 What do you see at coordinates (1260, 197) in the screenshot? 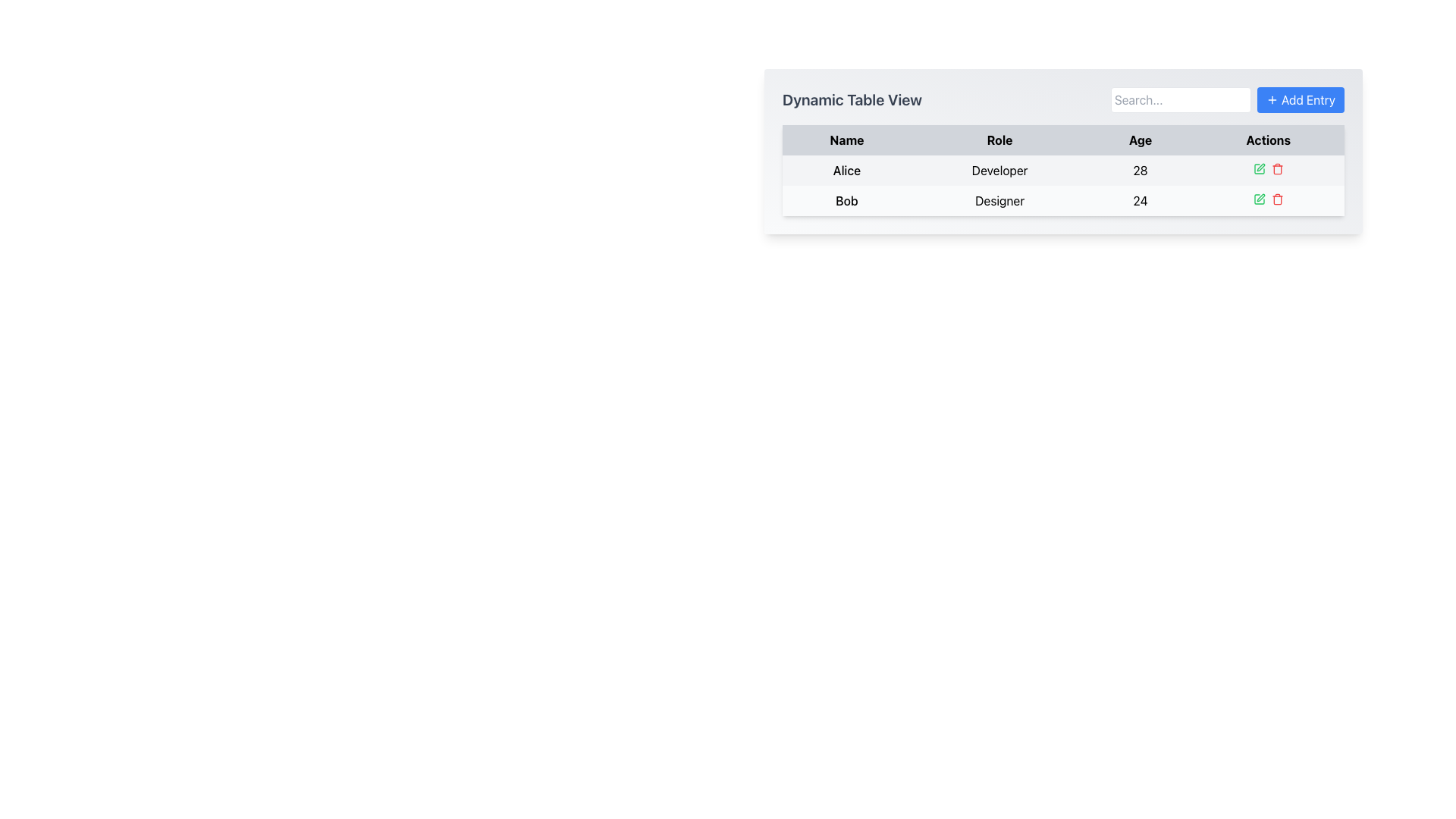
I see `the pen tip icon in the 'Actions' column of the second row of the table` at bounding box center [1260, 197].